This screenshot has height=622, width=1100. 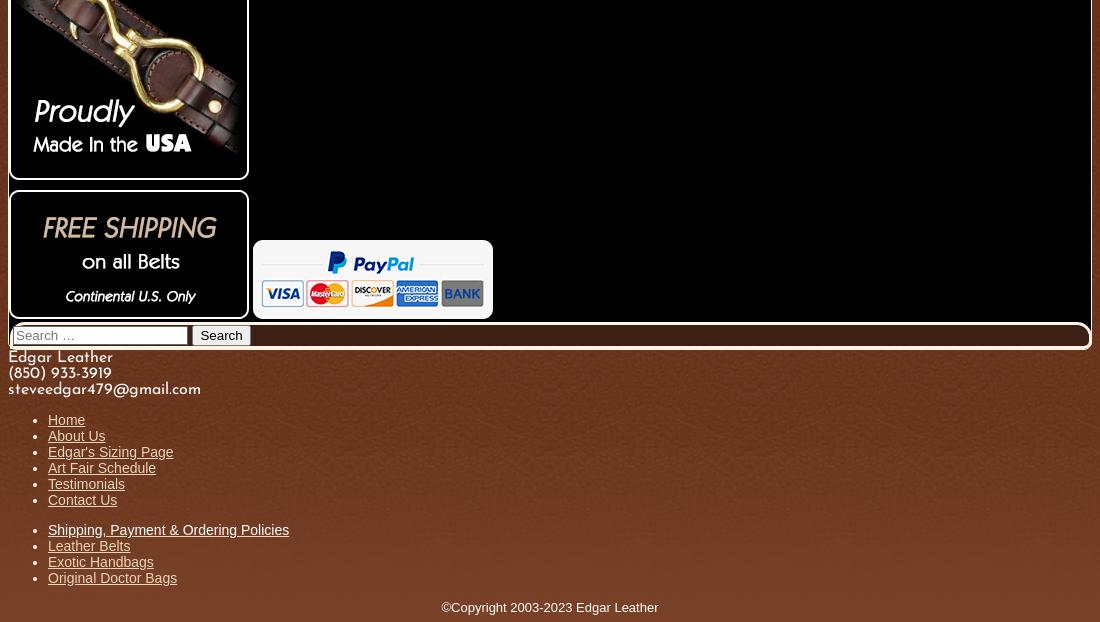 I want to click on 'Shipping, Payment & Ordering Policies', so click(x=46, y=529).